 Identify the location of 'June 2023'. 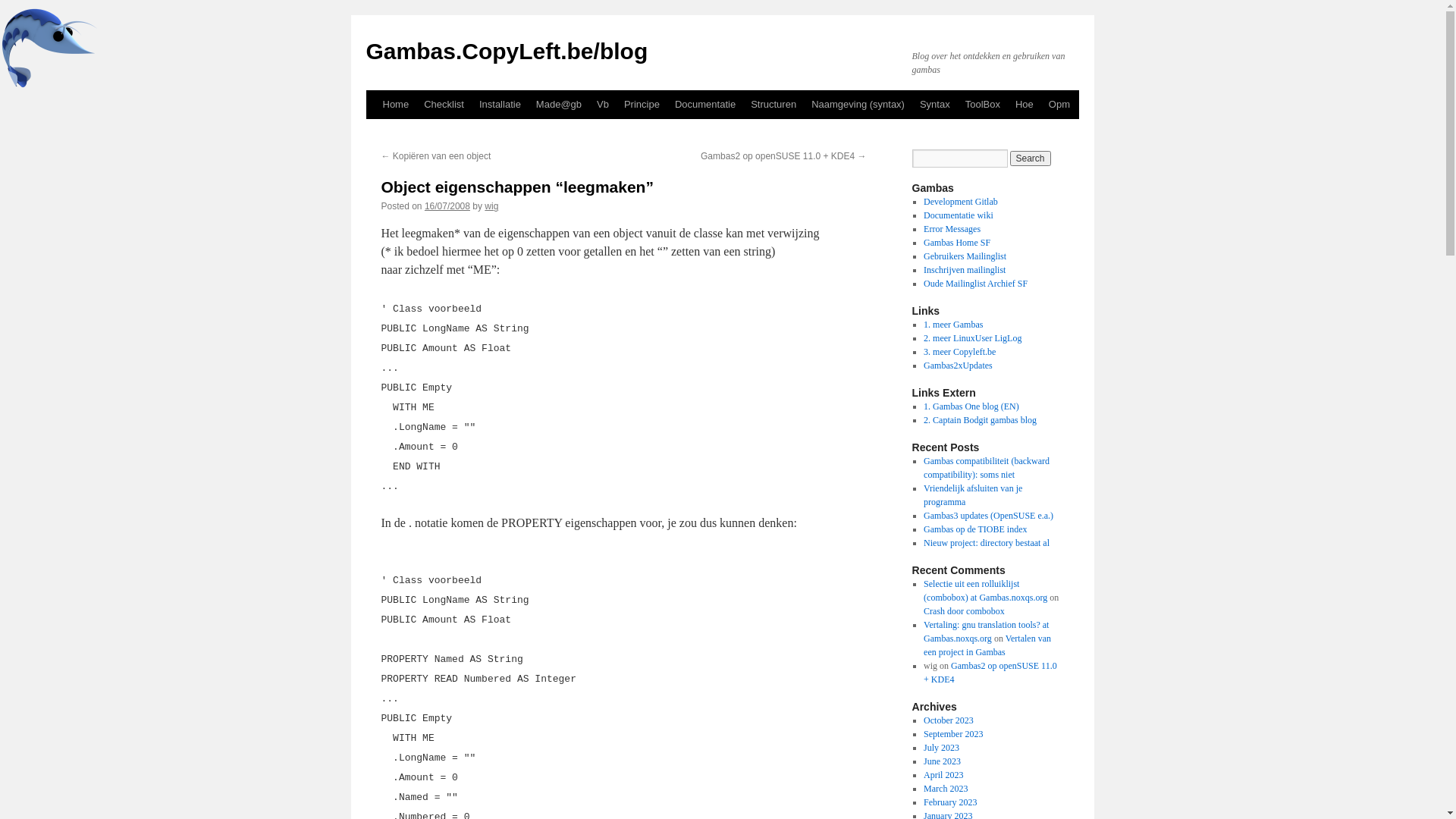
(941, 761).